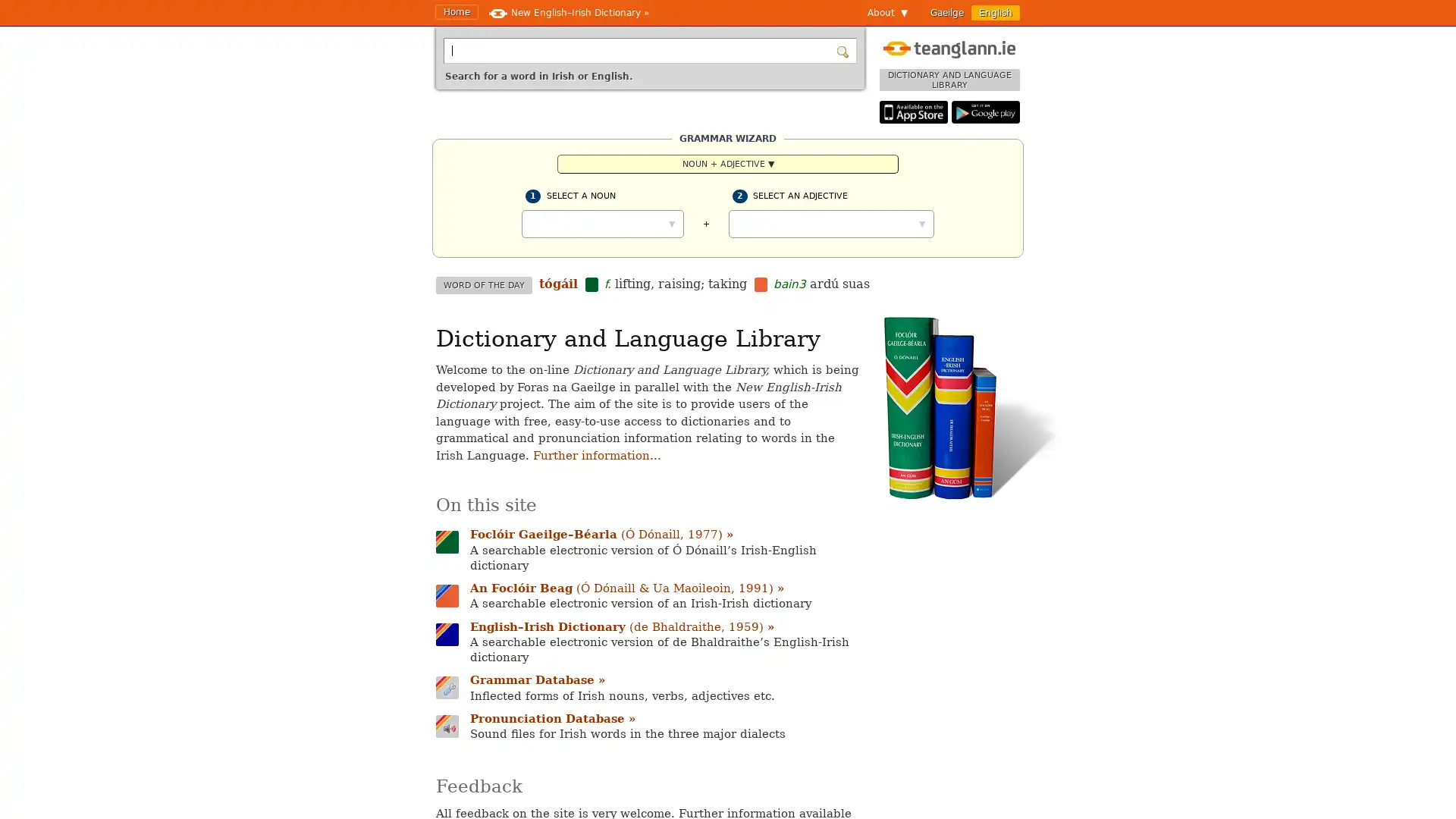  Describe the element at coordinates (843, 49) in the screenshot. I see `Search` at that location.